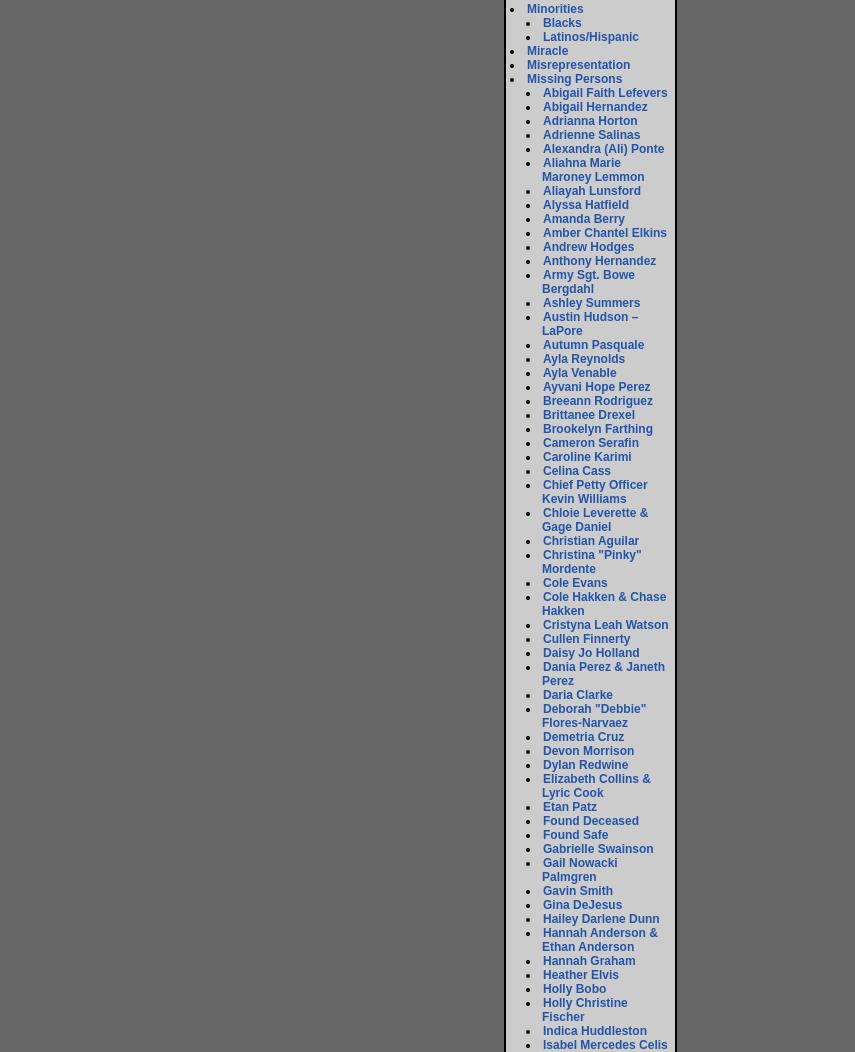 This screenshot has height=1052, width=855. Describe the element at coordinates (578, 373) in the screenshot. I see `'Ayla Venable'` at that location.